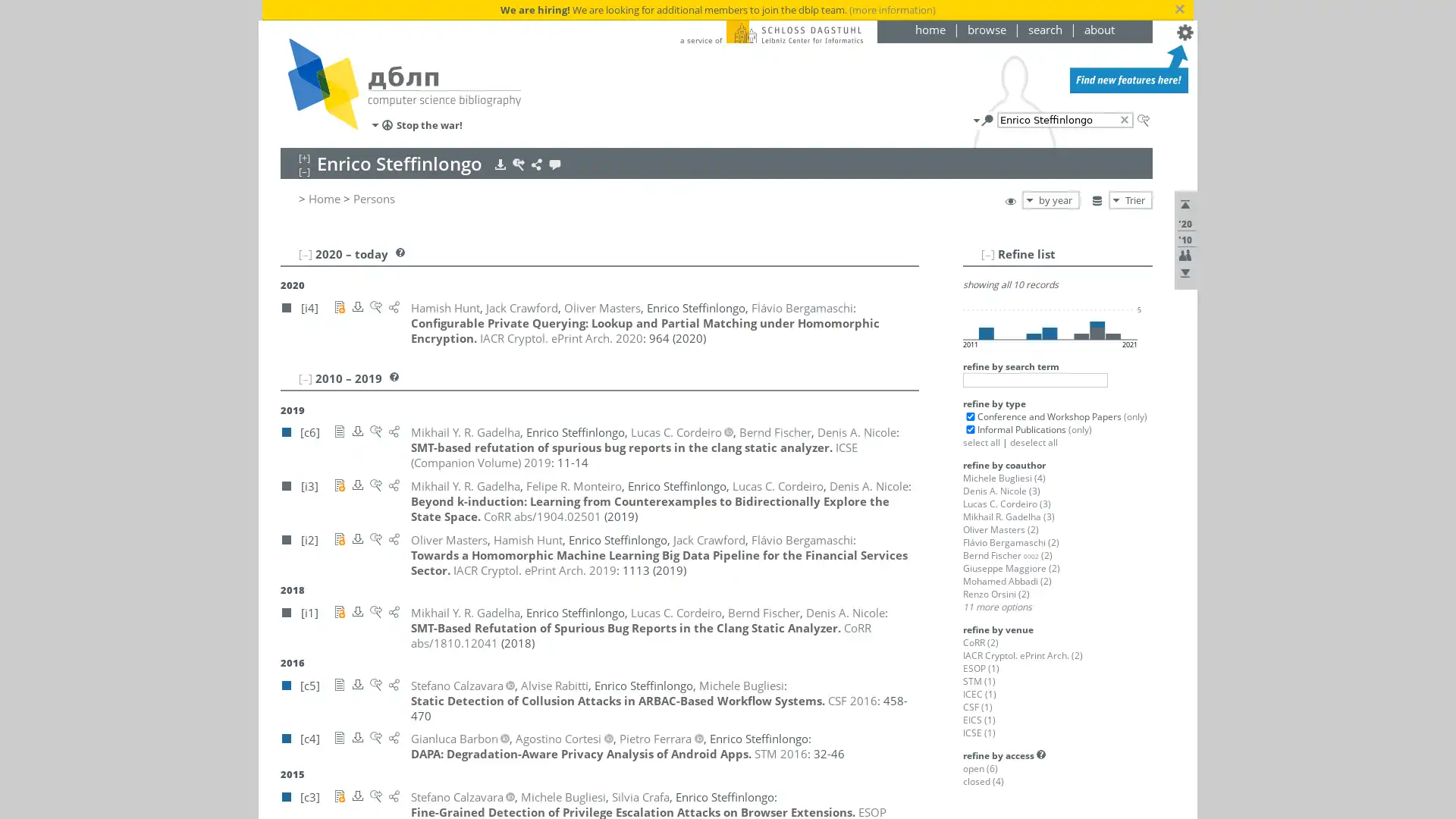 The width and height of the screenshot is (1456, 819). What do you see at coordinates (981, 442) in the screenshot?
I see `select all` at bounding box center [981, 442].